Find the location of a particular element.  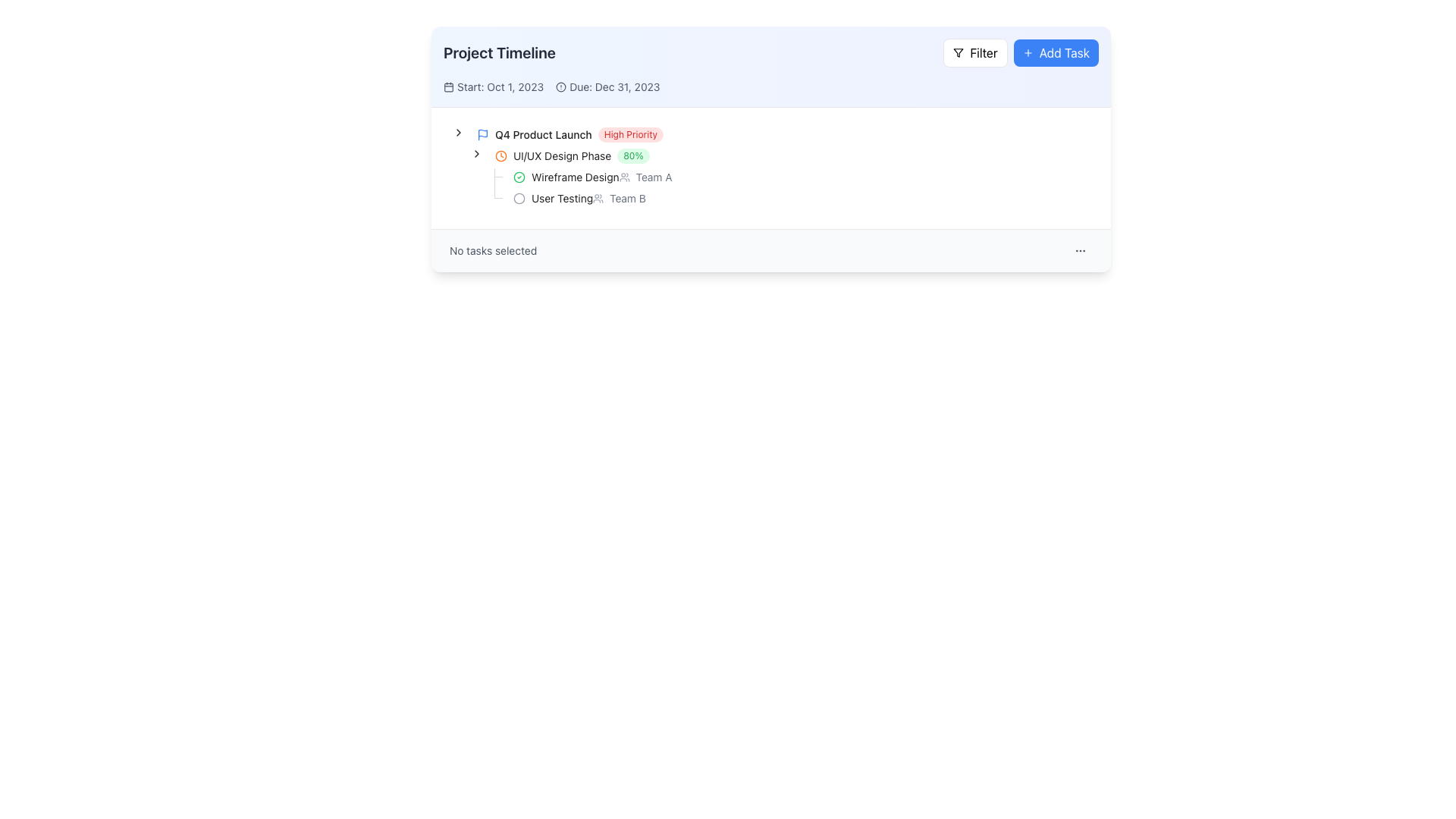

the small, circular icon resembling a group of users, located to the left of the text 'Team A' in the 'UI/UX Design Phase' section of the 'Project Timeline' interface is located at coordinates (624, 177).